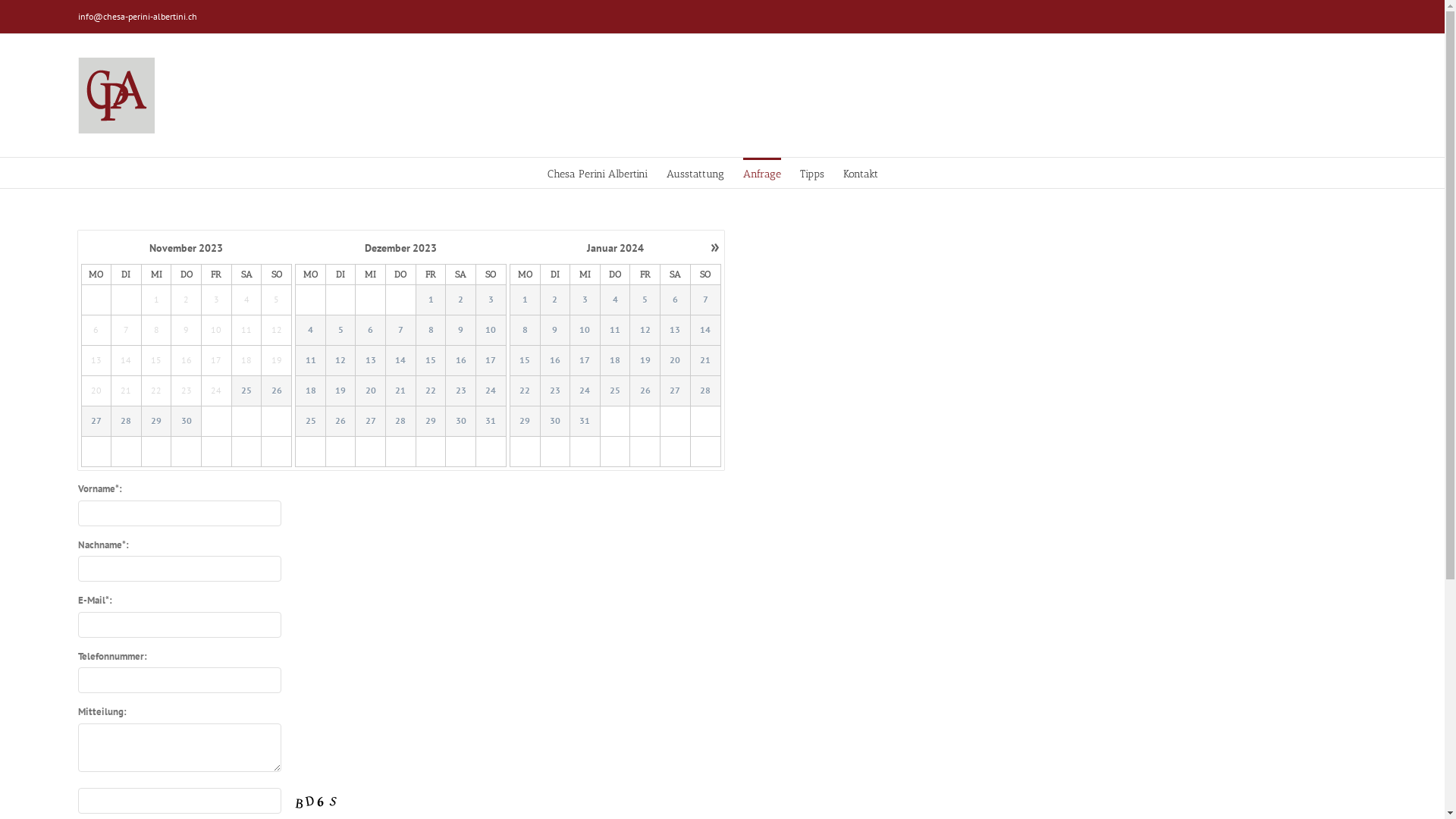 This screenshot has width=1456, height=819. What do you see at coordinates (694, 171) in the screenshot?
I see `'Ausstattung'` at bounding box center [694, 171].